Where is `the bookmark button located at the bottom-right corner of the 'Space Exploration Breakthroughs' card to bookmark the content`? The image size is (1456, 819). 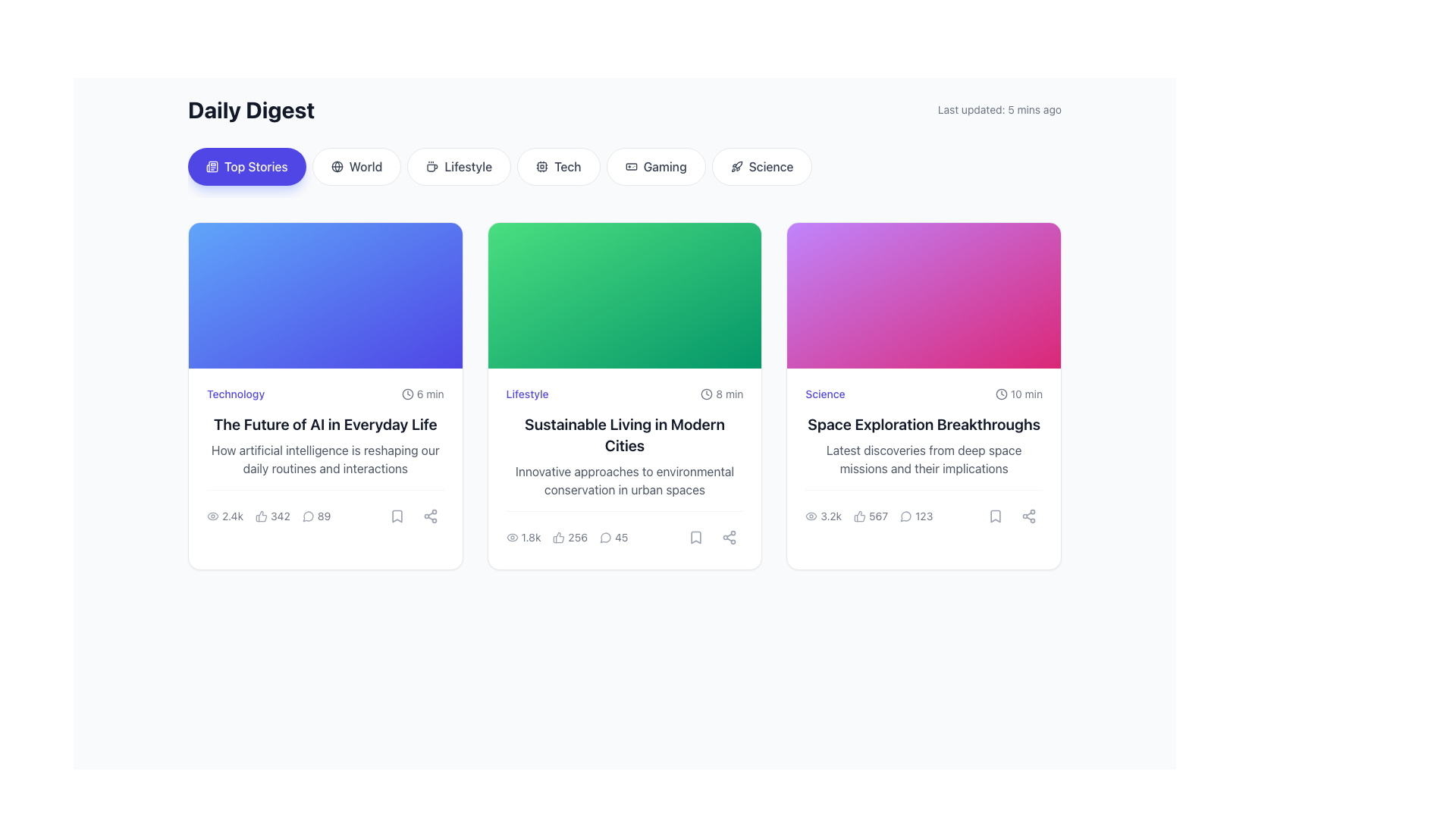 the bookmark button located at the bottom-right corner of the 'Space Exploration Breakthroughs' card to bookmark the content is located at coordinates (995, 516).